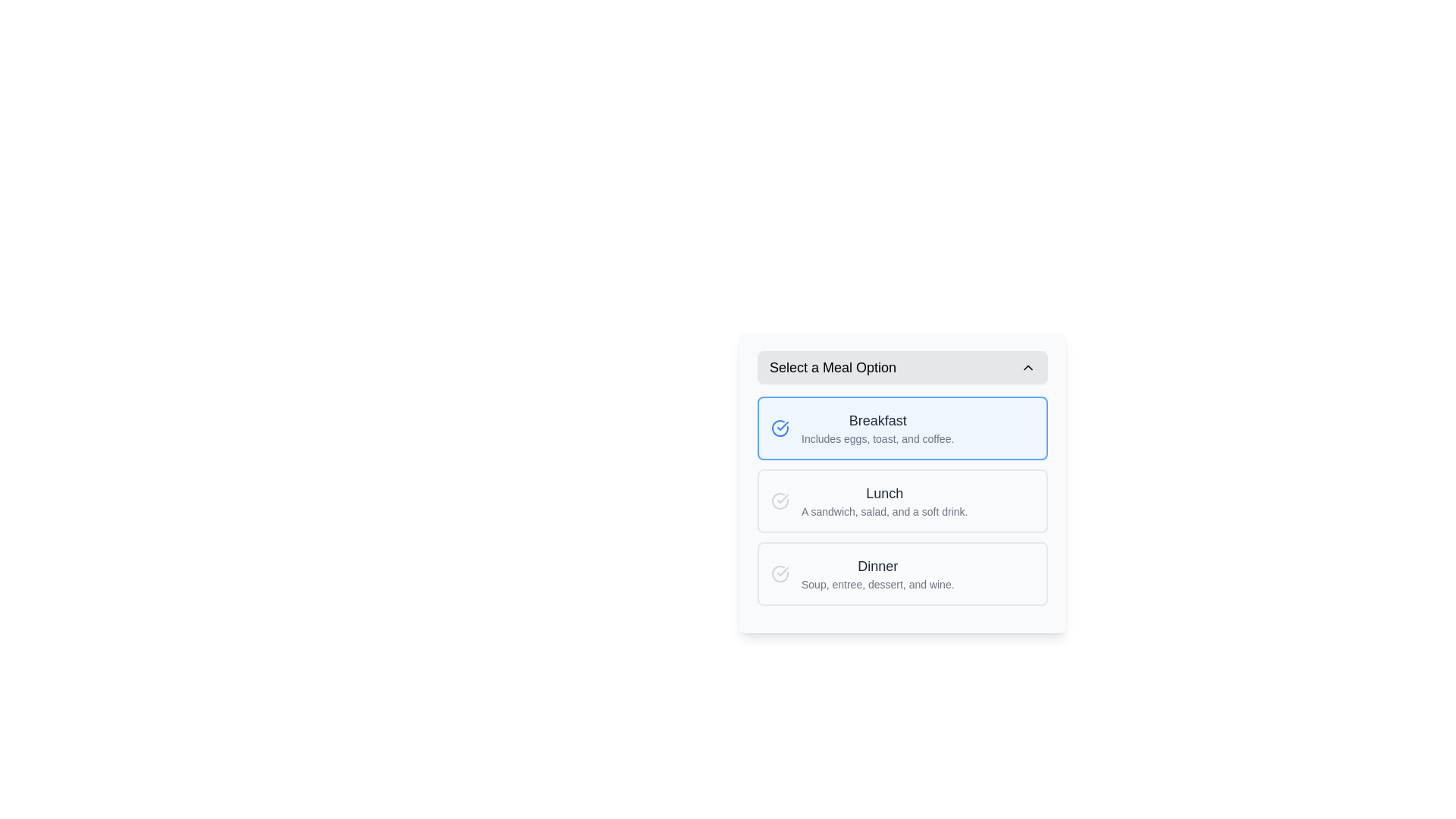 Image resolution: width=1456 pixels, height=819 pixels. I want to click on the detailed description text label for the 'Breakfast' meal option, which is located below the 'Breakfast' text within the outlined box highlighting the selected meal option, so click(877, 438).